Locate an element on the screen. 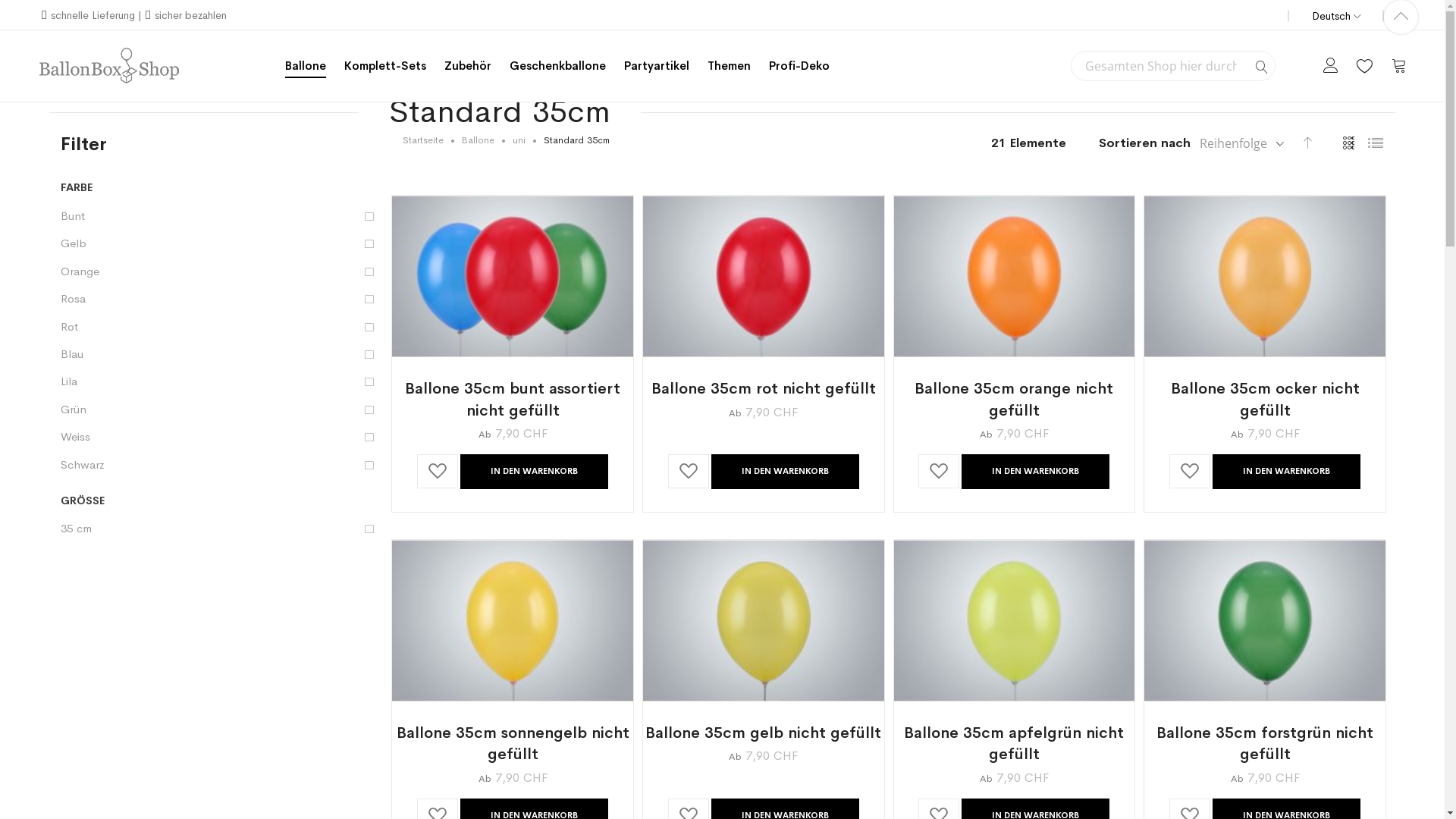  'uni' is located at coordinates (519, 140).